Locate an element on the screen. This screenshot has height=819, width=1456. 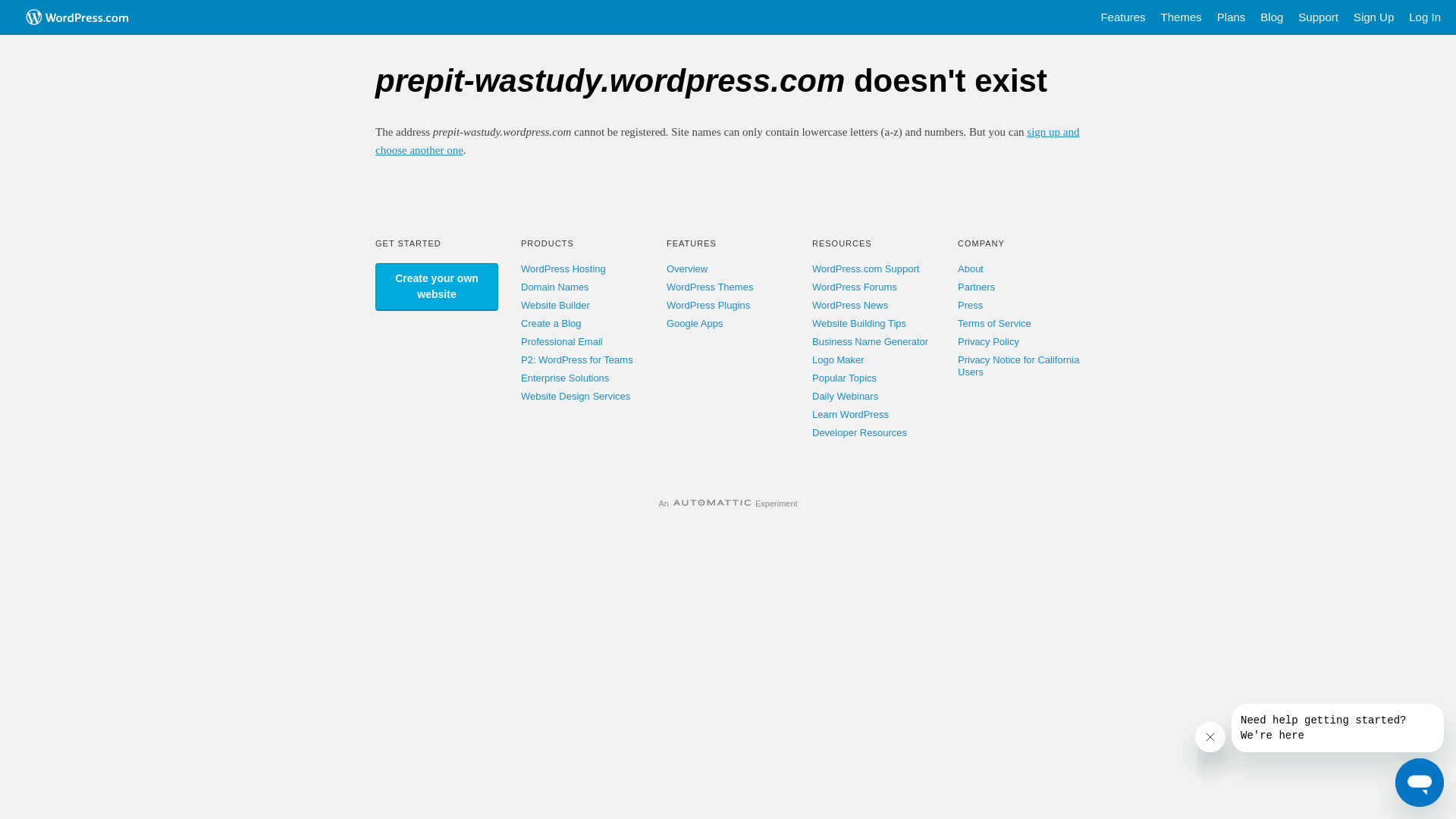
'Terms of Service' is located at coordinates (994, 322).